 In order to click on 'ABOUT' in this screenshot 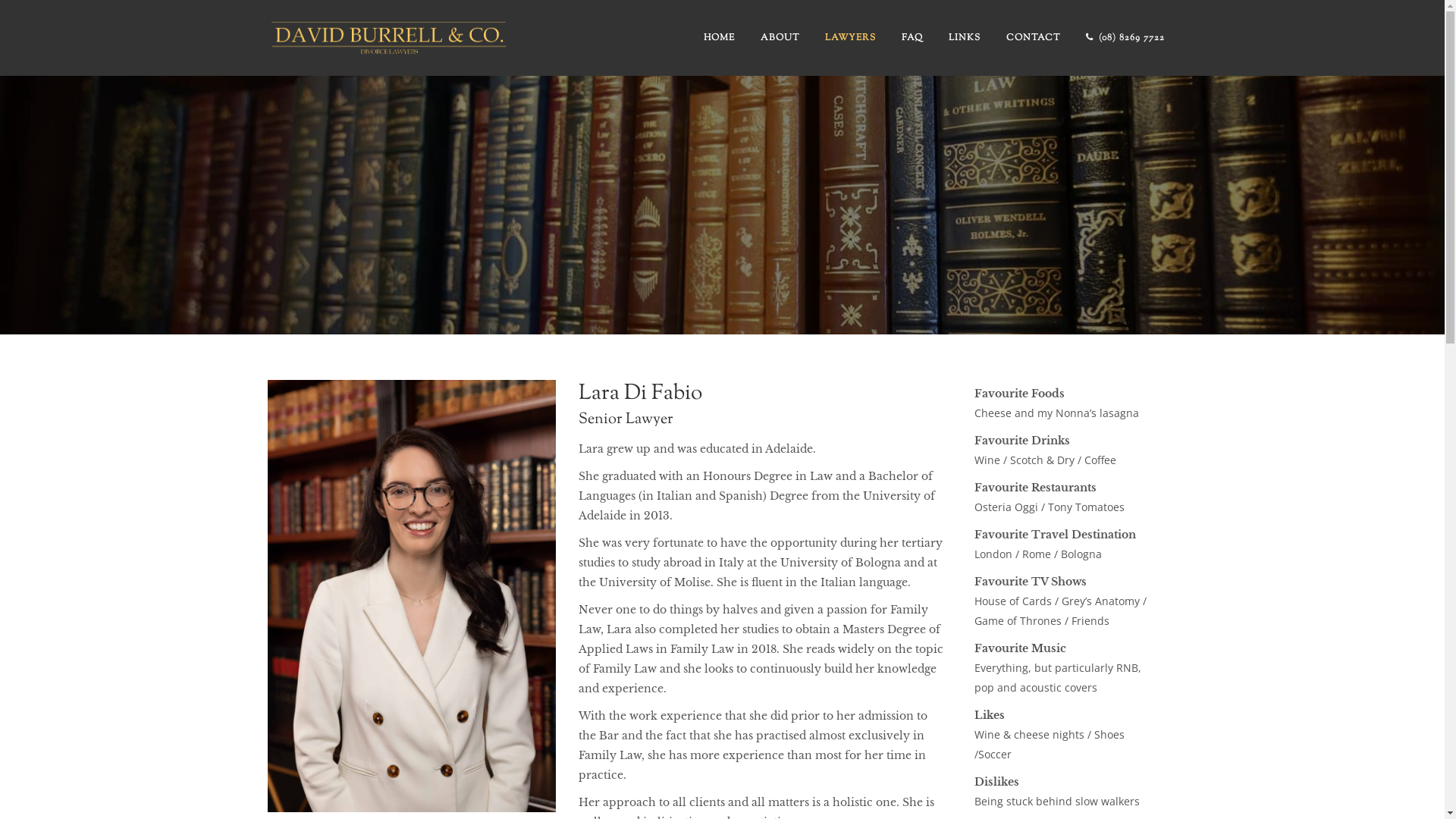, I will do `click(780, 37)`.